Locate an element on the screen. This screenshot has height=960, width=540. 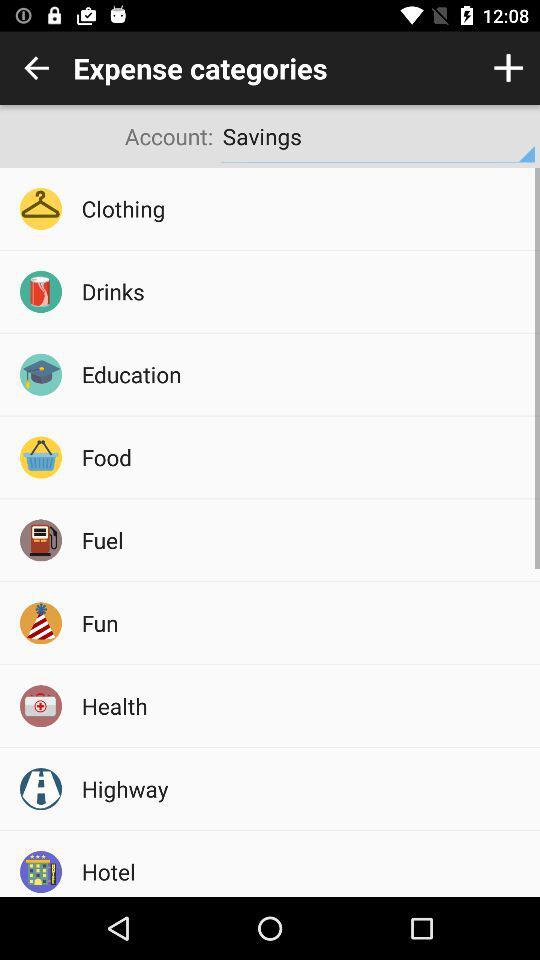
previous is located at coordinates (36, 68).